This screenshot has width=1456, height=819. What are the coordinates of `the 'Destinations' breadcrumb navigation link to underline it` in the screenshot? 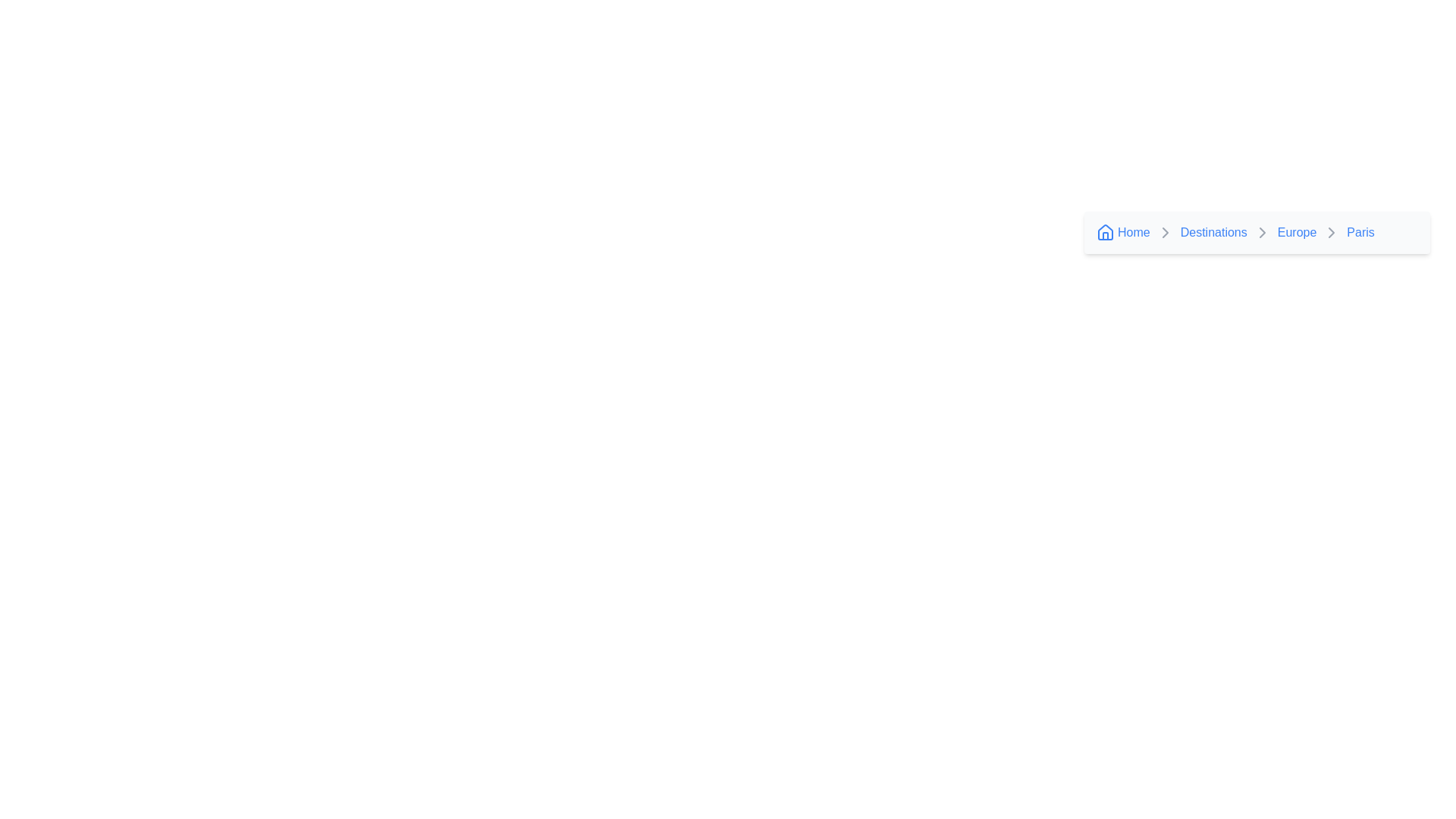 It's located at (1228, 233).